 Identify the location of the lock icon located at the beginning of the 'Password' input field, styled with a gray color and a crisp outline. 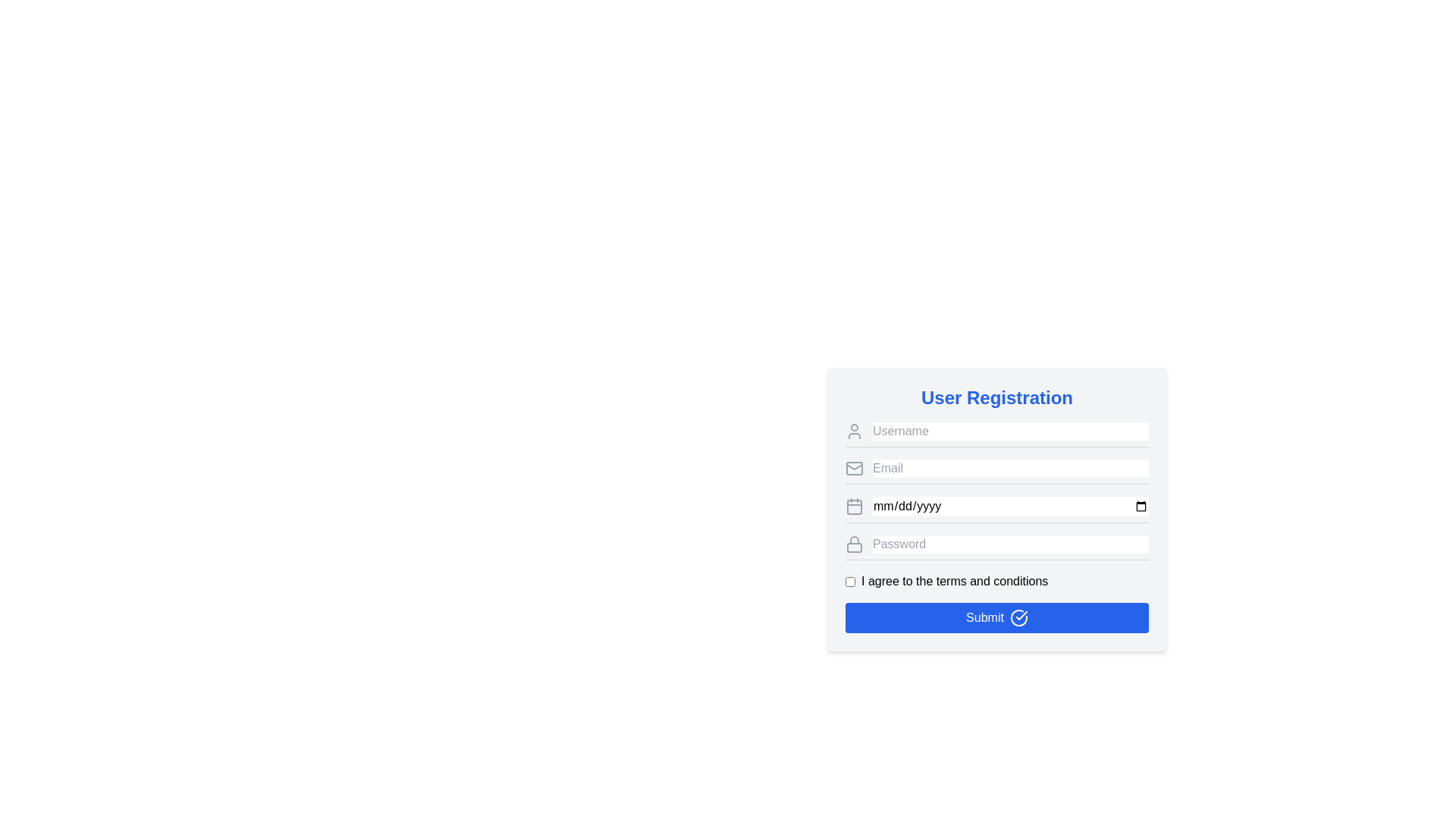
(855, 543).